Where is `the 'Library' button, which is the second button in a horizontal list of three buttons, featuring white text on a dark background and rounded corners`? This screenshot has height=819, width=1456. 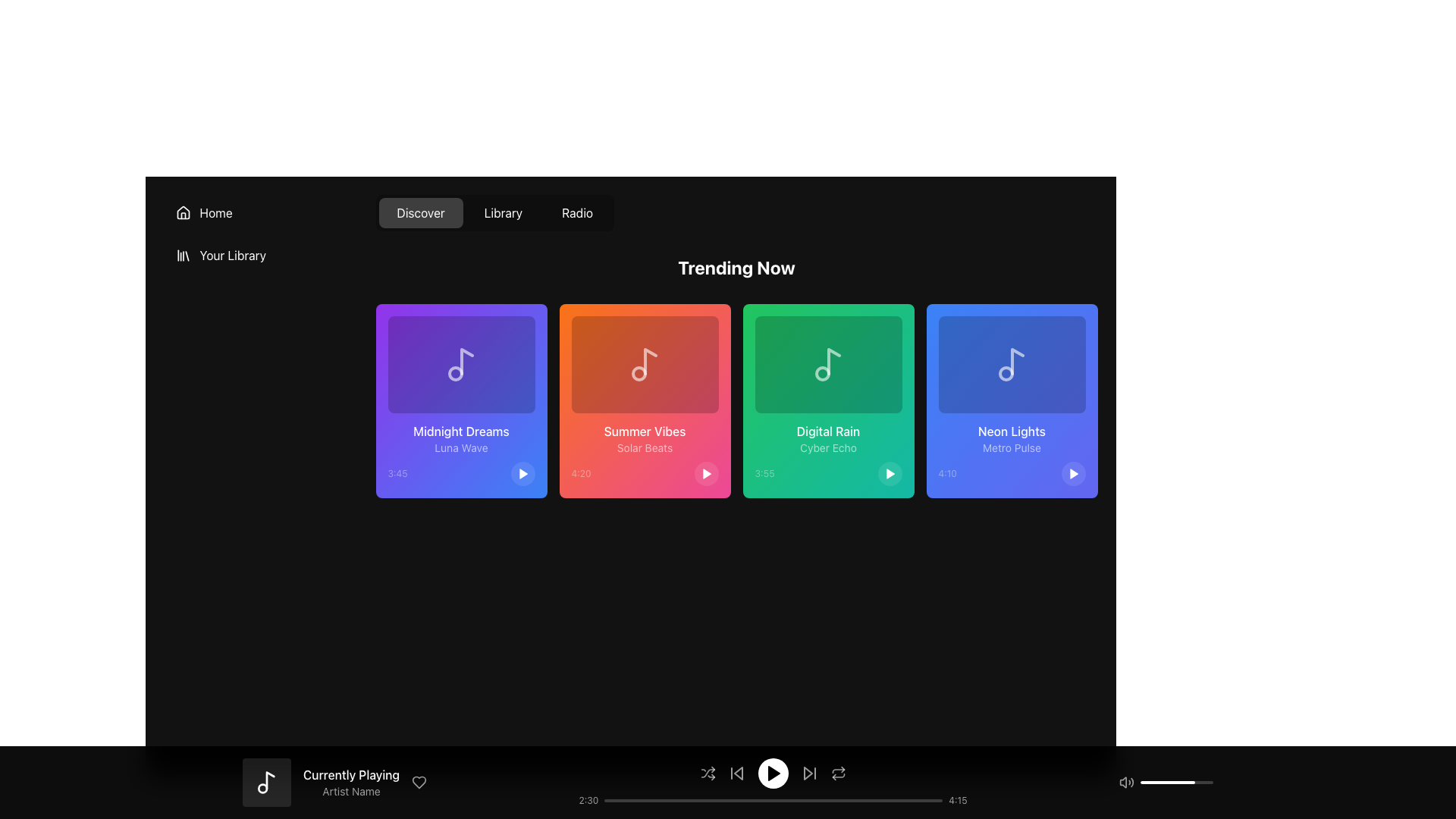 the 'Library' button, which is the second button in a horizontal list of three buttons, featuring white text on a dark background and rounded corners is located at coordinates (503, 213).